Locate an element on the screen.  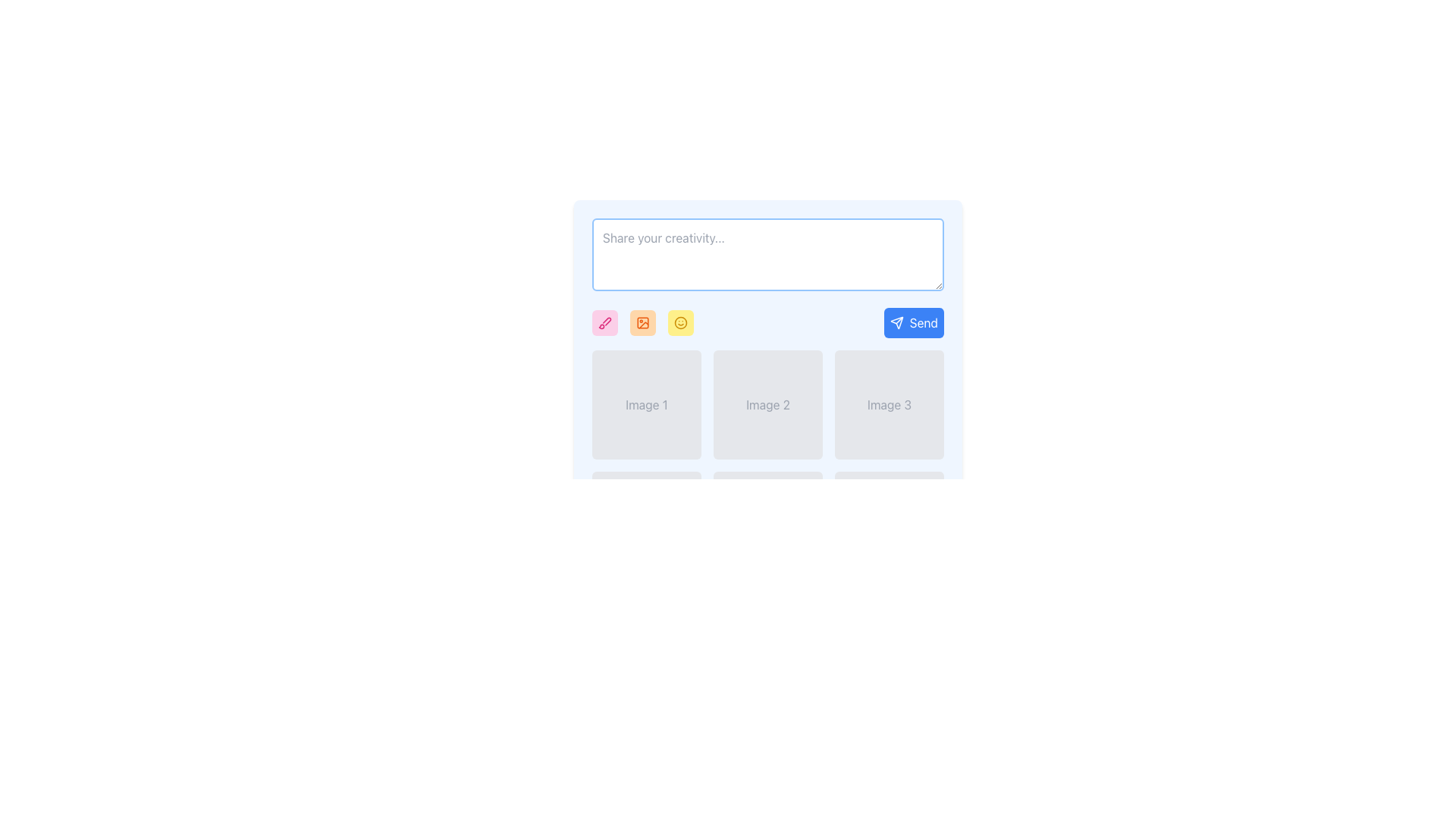
the send icon, which resembles a paper airplane with a blue background and white outline, positioned to the left of the text 'Send' is located at coordinates (896, 322).